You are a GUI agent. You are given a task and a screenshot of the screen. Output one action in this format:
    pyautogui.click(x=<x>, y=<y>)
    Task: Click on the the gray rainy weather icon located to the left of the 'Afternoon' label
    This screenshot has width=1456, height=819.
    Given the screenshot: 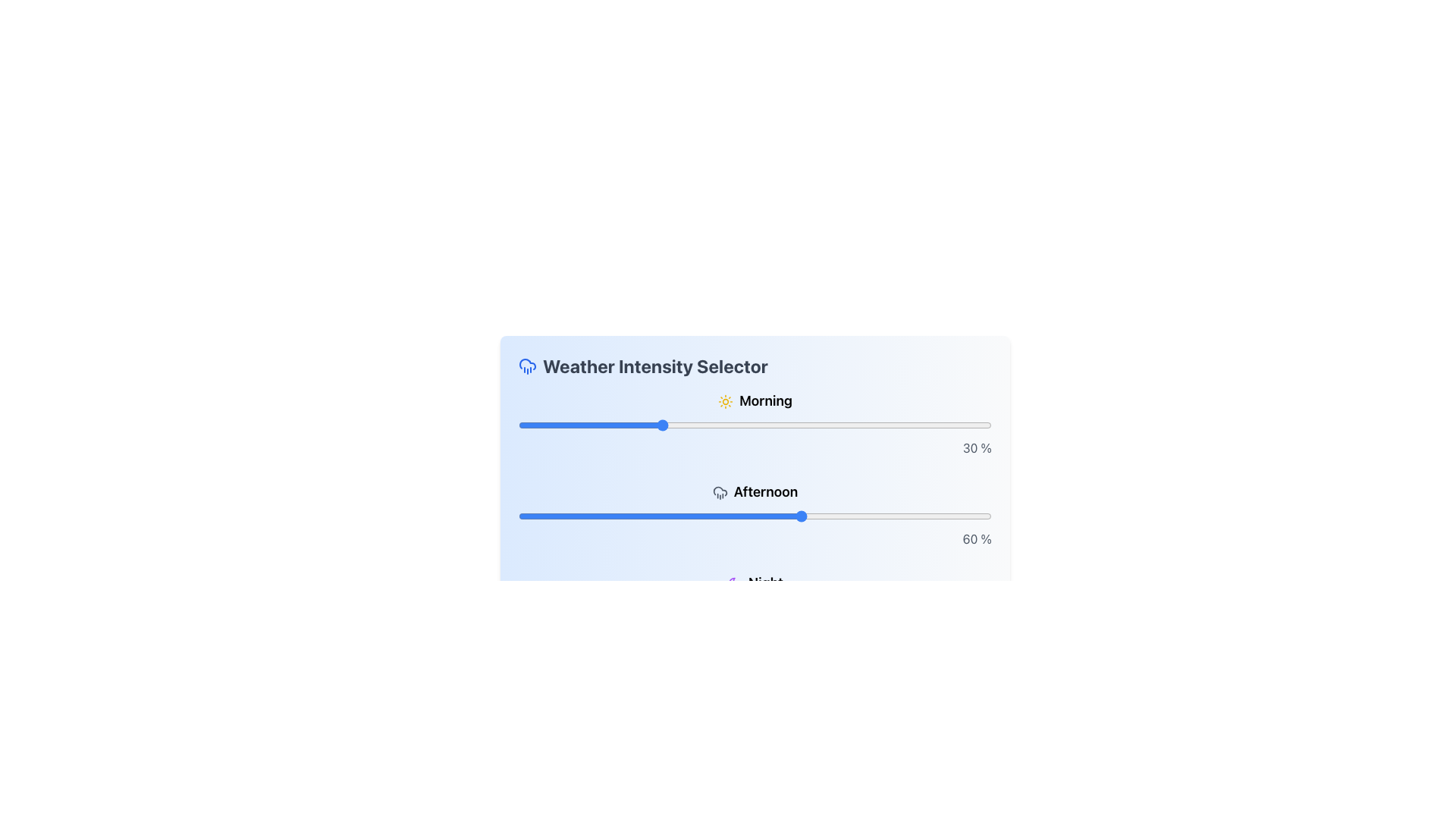 What is the action you would take?
    pyautogui.click(x=719, y=493)
    